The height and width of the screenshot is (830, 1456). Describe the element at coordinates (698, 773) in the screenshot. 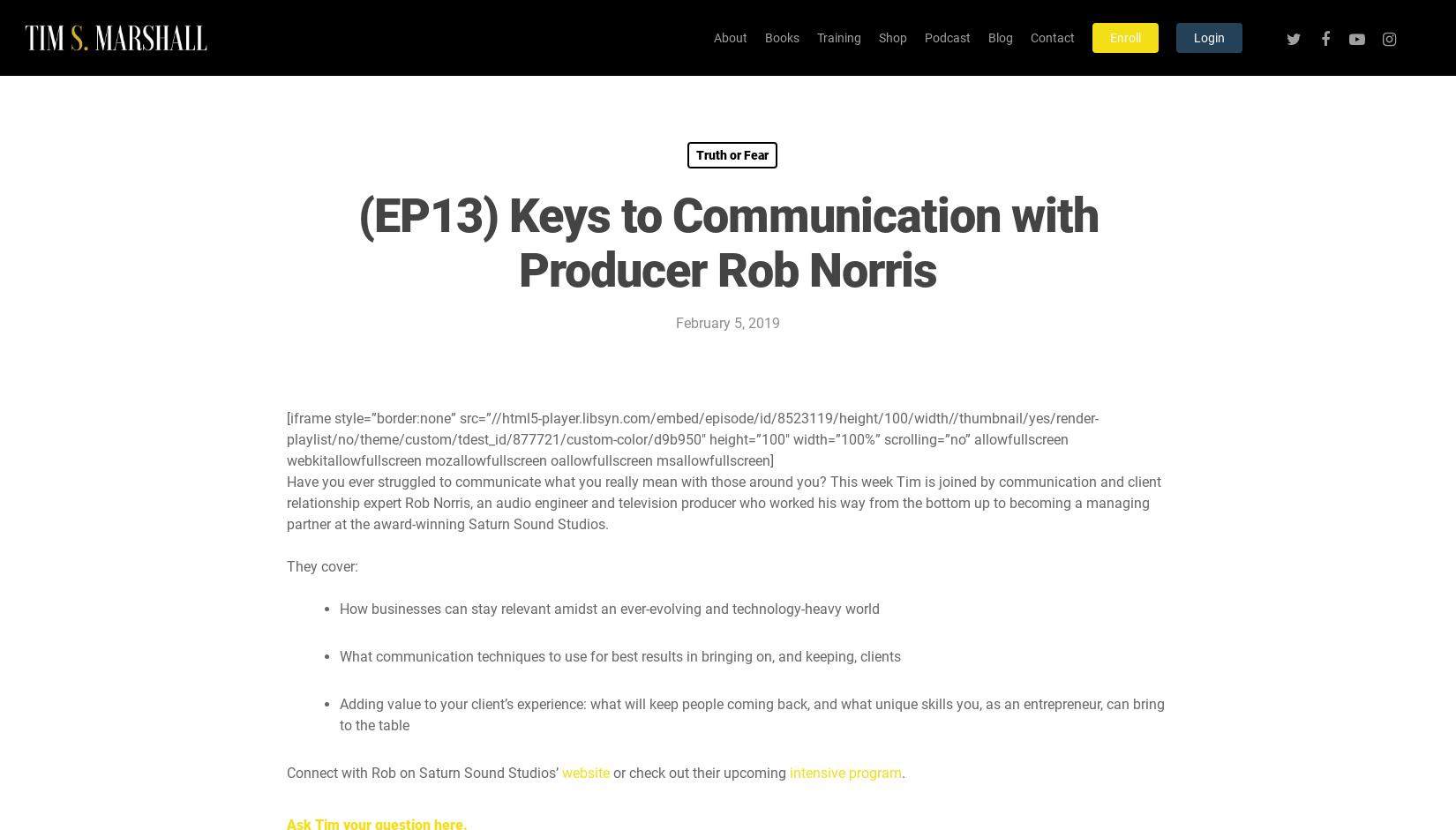

I see `'or check out their upcoming'` at that location.